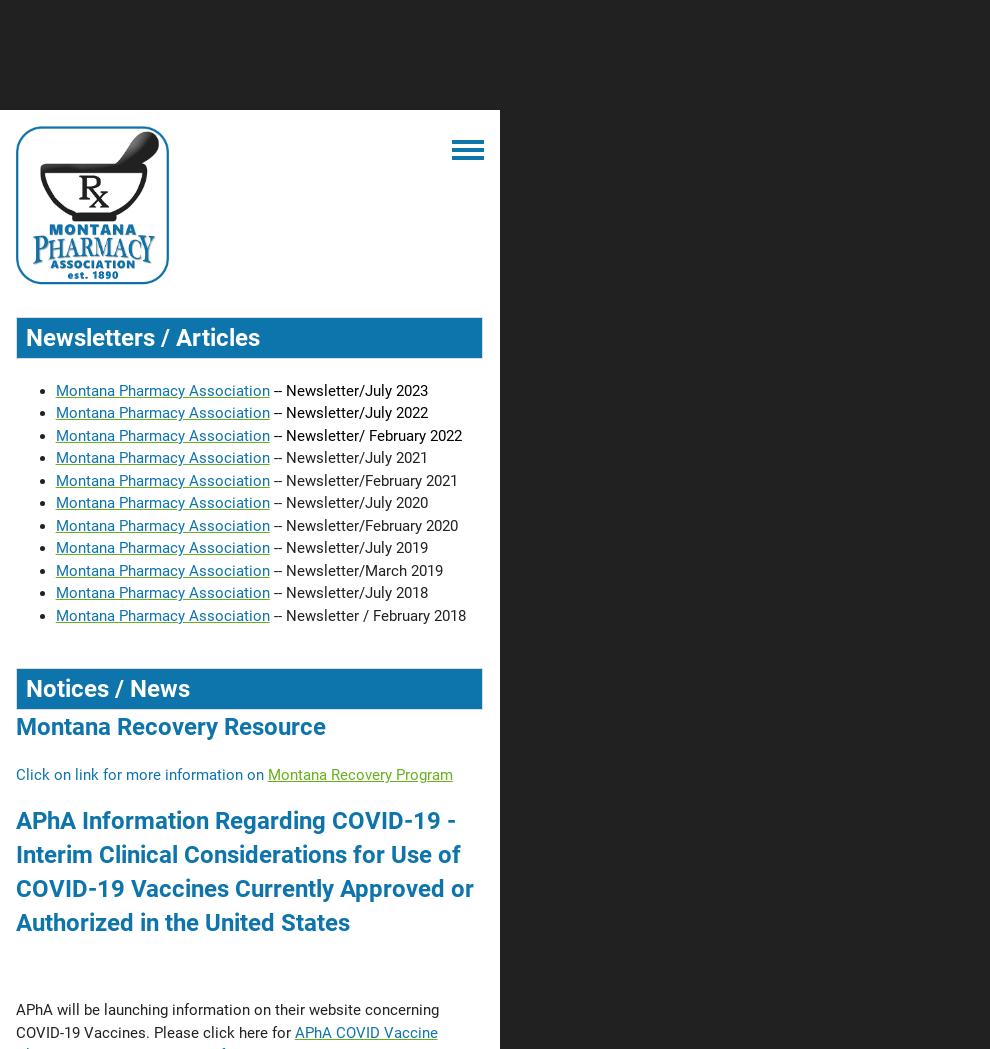  I want to click on '-- Newsletter/July 2023', so click(346, 390).